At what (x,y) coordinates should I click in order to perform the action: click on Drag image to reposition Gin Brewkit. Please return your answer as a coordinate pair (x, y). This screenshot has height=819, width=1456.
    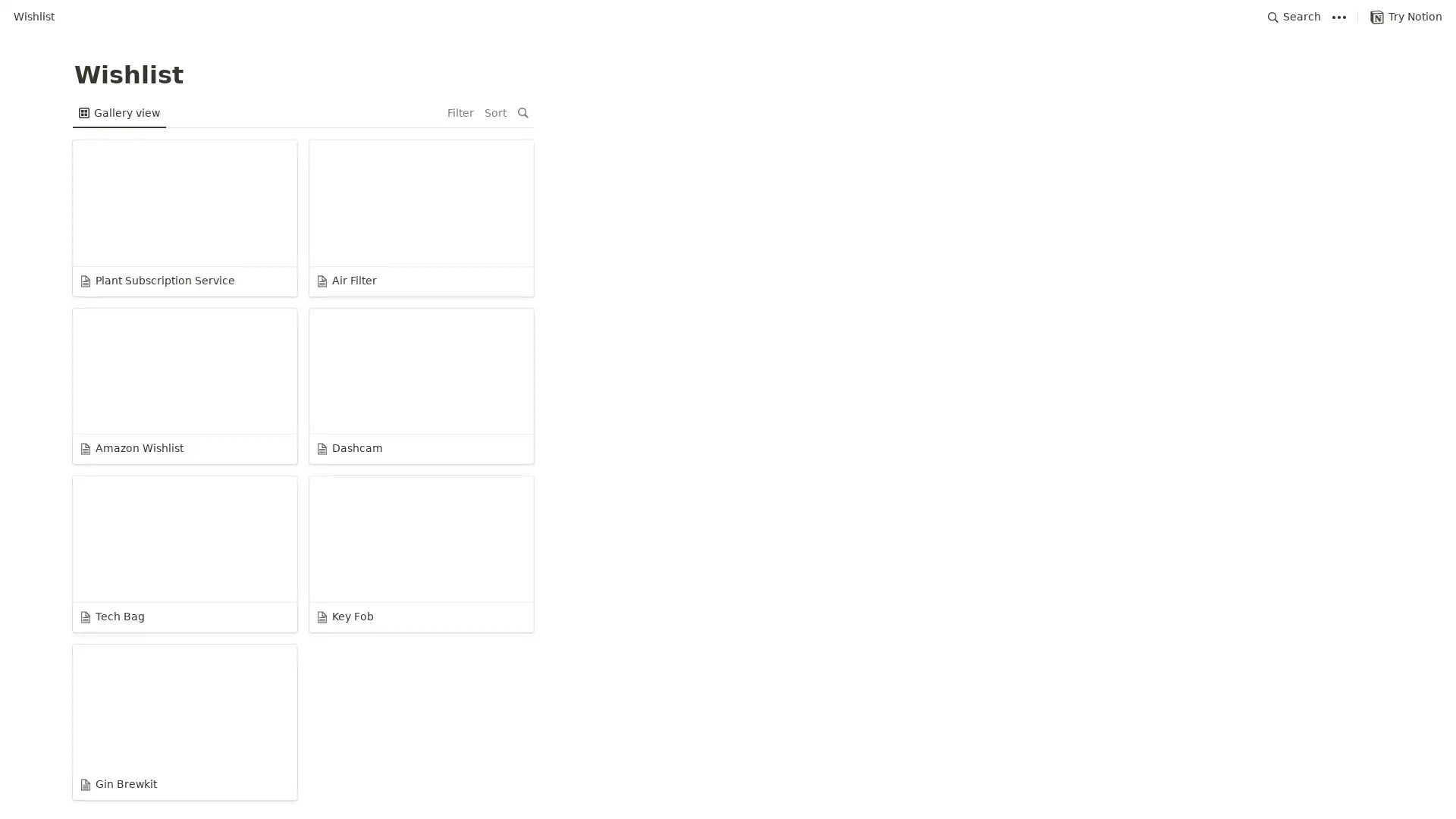
    Looking at the image, I should click on (177, 395).